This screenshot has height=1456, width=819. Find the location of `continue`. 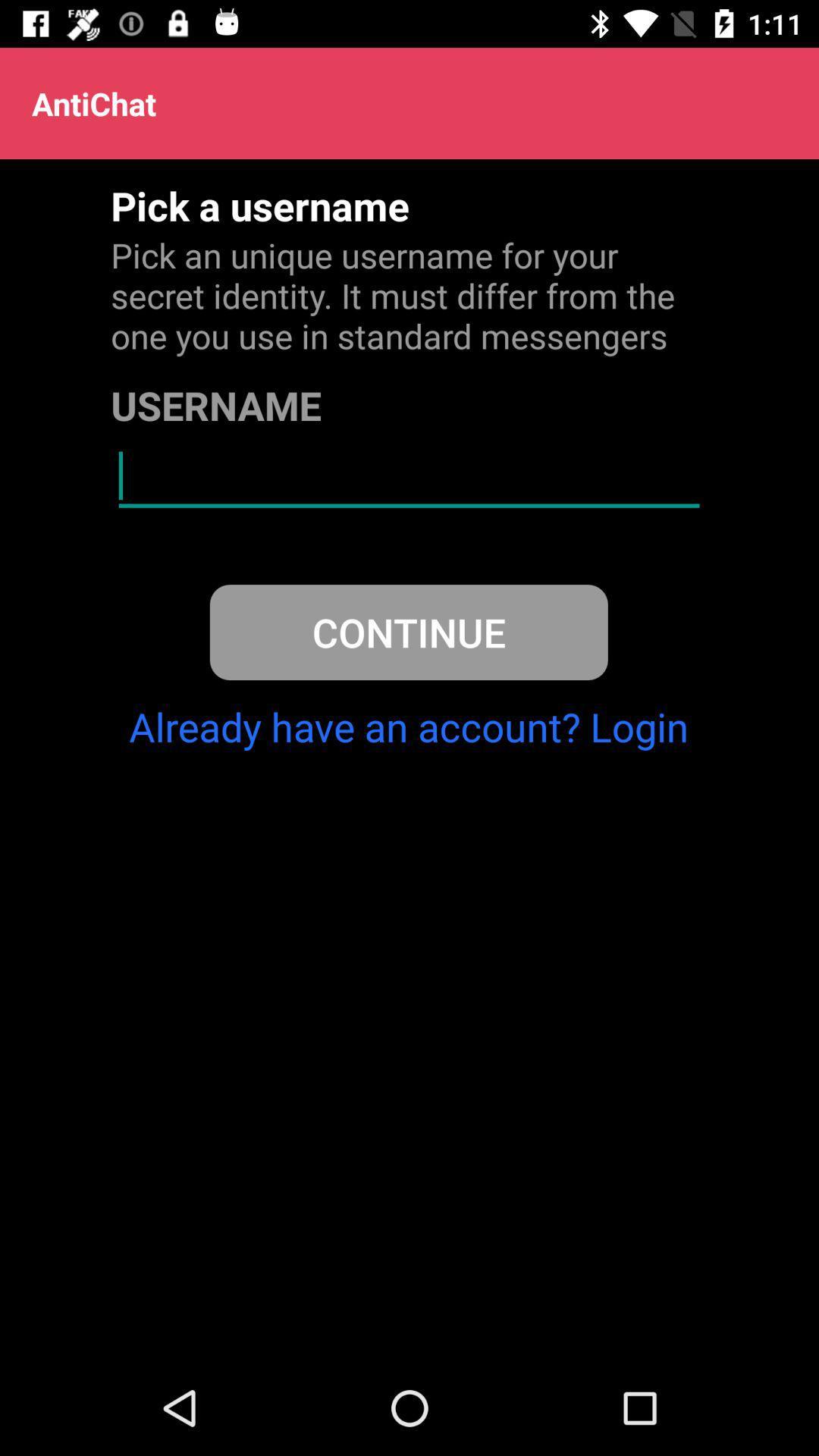

continue is located at coordinates (408, 632).